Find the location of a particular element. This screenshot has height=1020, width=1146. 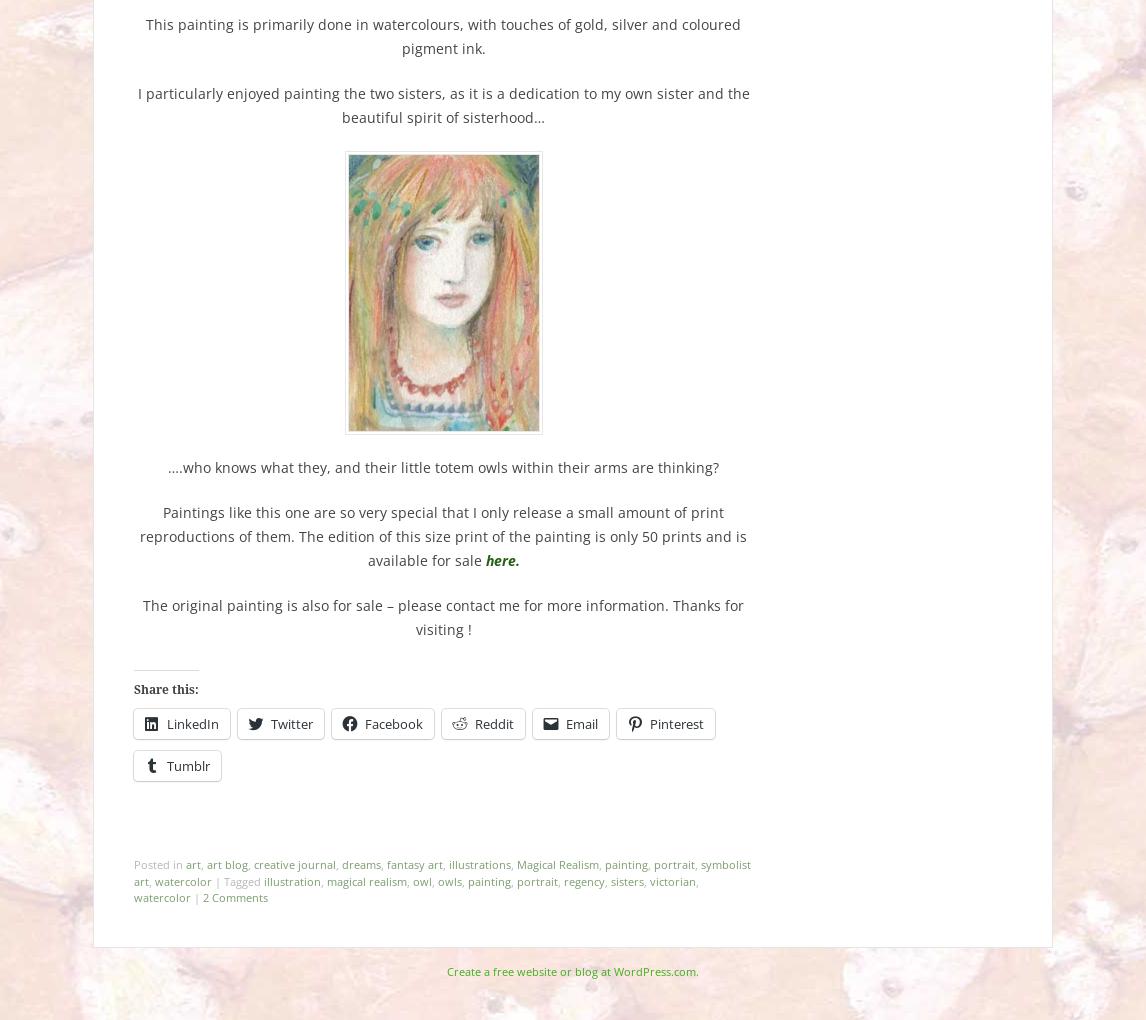

'Pinterest' is located at coordinates (677, 722).